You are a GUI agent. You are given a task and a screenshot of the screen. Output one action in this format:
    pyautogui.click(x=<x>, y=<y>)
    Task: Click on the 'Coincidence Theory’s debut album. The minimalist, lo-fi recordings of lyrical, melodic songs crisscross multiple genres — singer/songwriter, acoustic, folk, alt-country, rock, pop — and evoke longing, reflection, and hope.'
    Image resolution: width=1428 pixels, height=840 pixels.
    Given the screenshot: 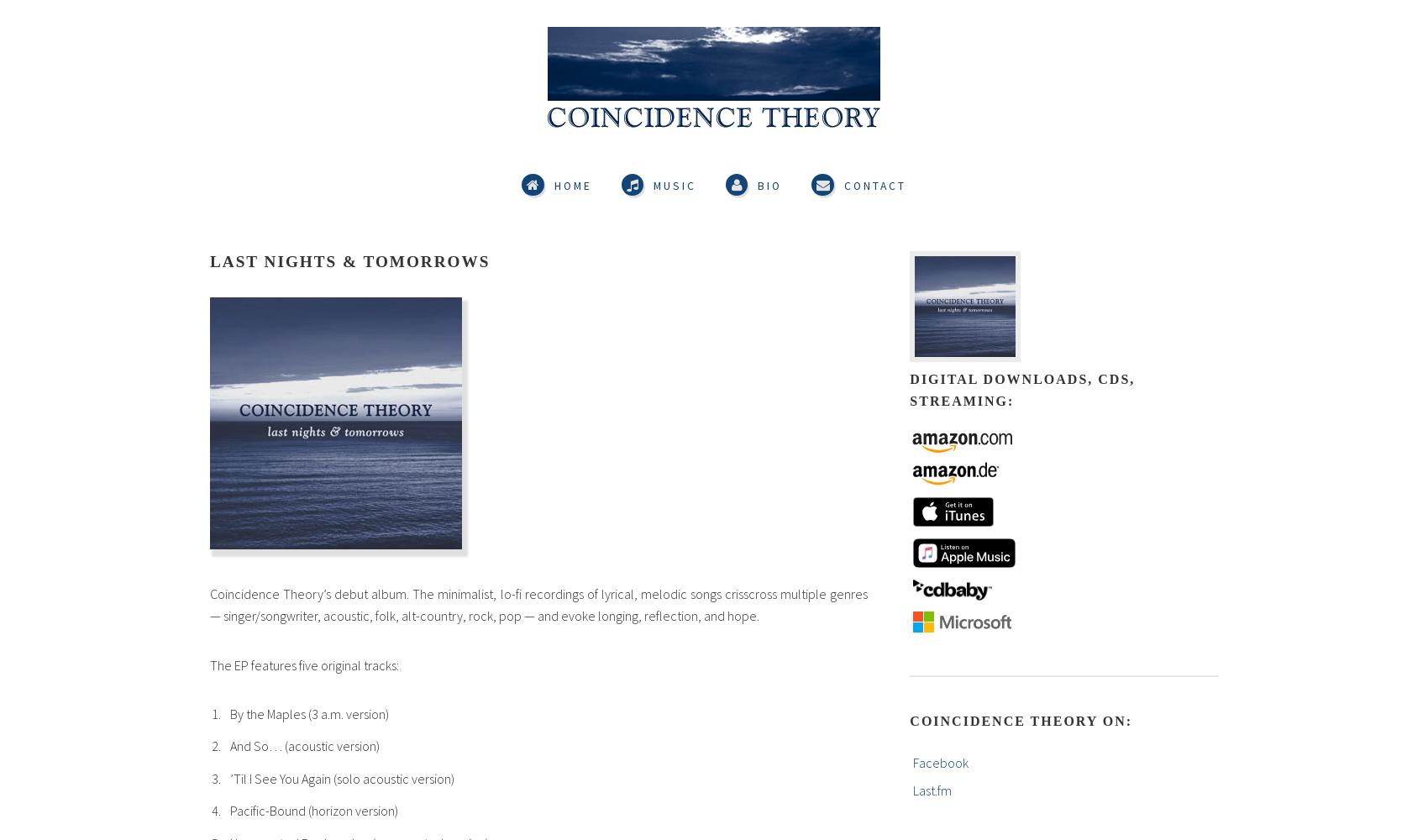 What is the action you would take?
    pyautogui.click(x=538, y=603)
    